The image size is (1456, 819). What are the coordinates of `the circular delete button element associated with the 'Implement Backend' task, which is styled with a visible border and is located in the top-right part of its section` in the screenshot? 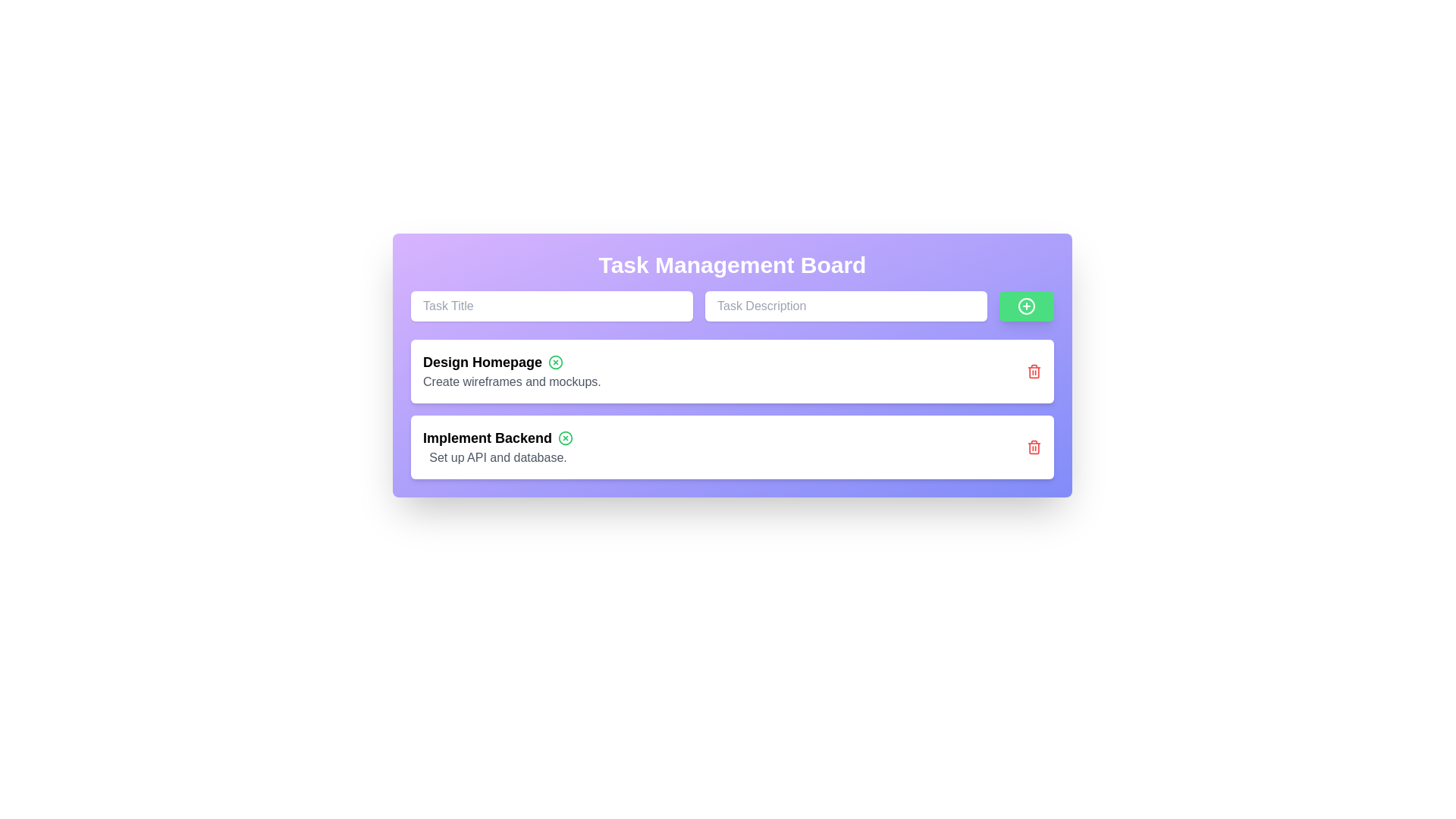 It's located at (565, 438).